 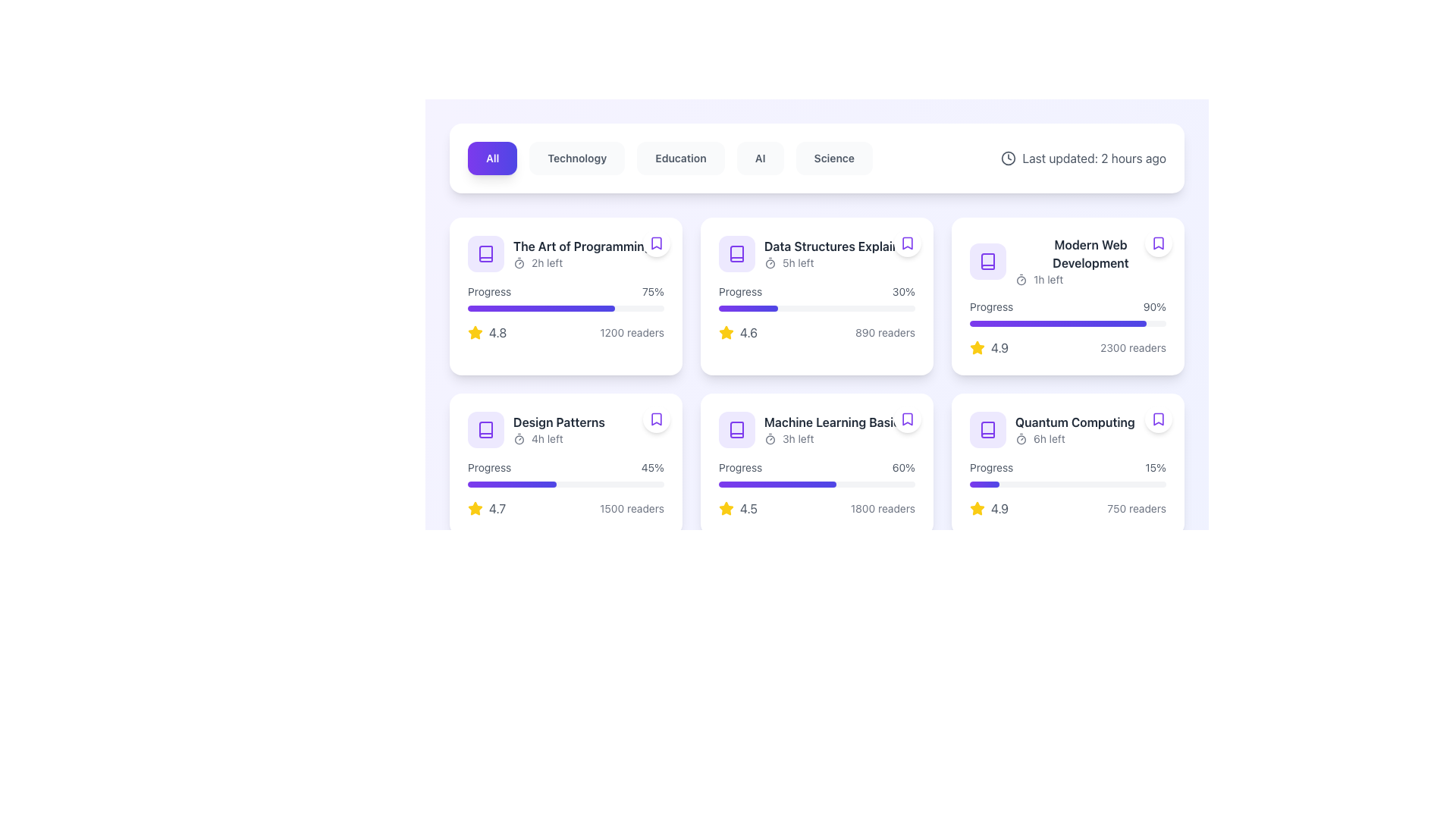 What do you see at coordinates (760, 158) in the screenshot?
I see `the fourth button in the navigation bar labeled 'AI'` at bounding box center [760, 158].